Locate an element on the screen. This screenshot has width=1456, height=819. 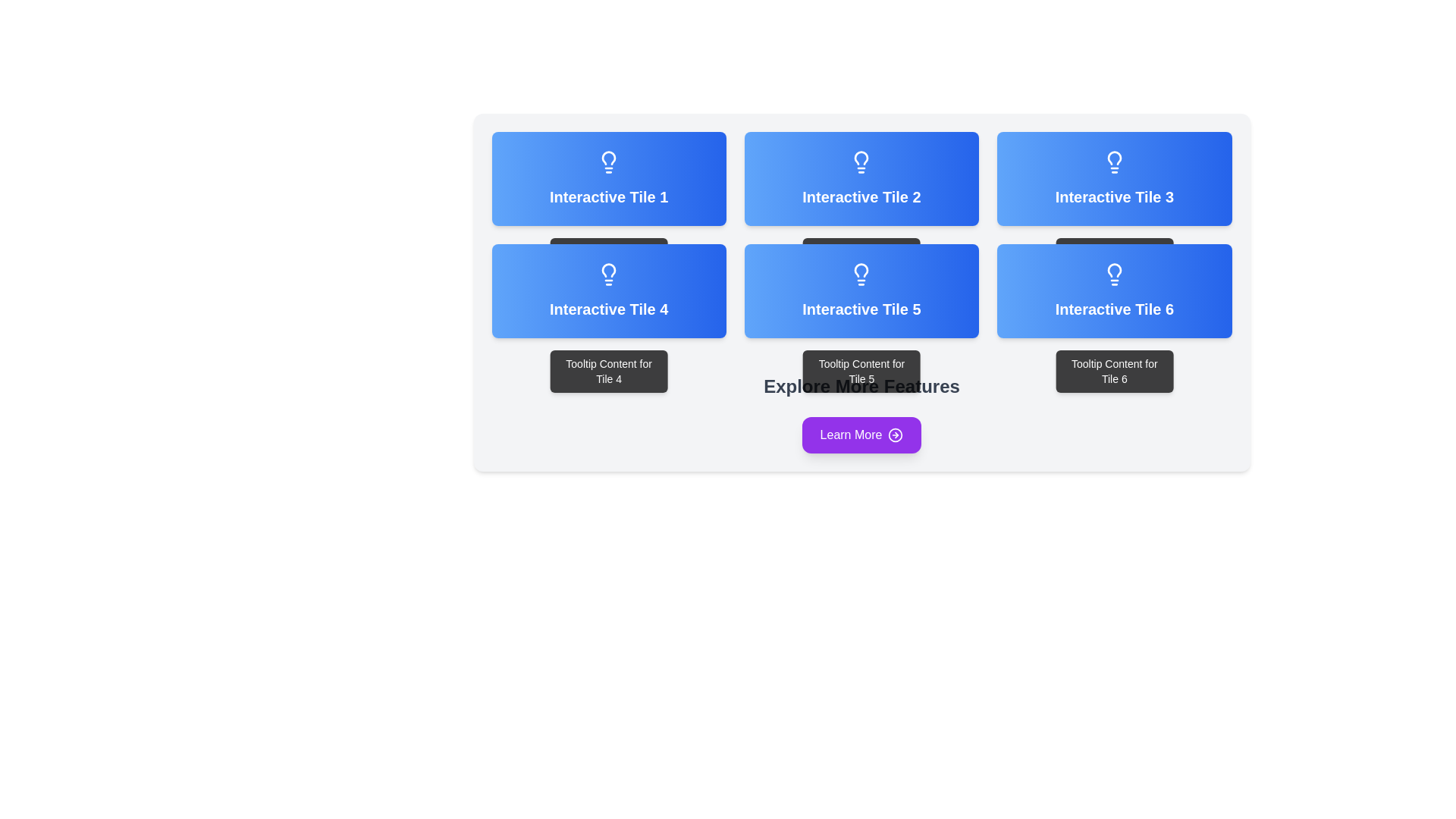
bold text label 'Interactive Tile 2' that is centered in the second tile of the top row, which features a gradient blue background and a lightbulb icon above it is located at coordinates (861, 196).